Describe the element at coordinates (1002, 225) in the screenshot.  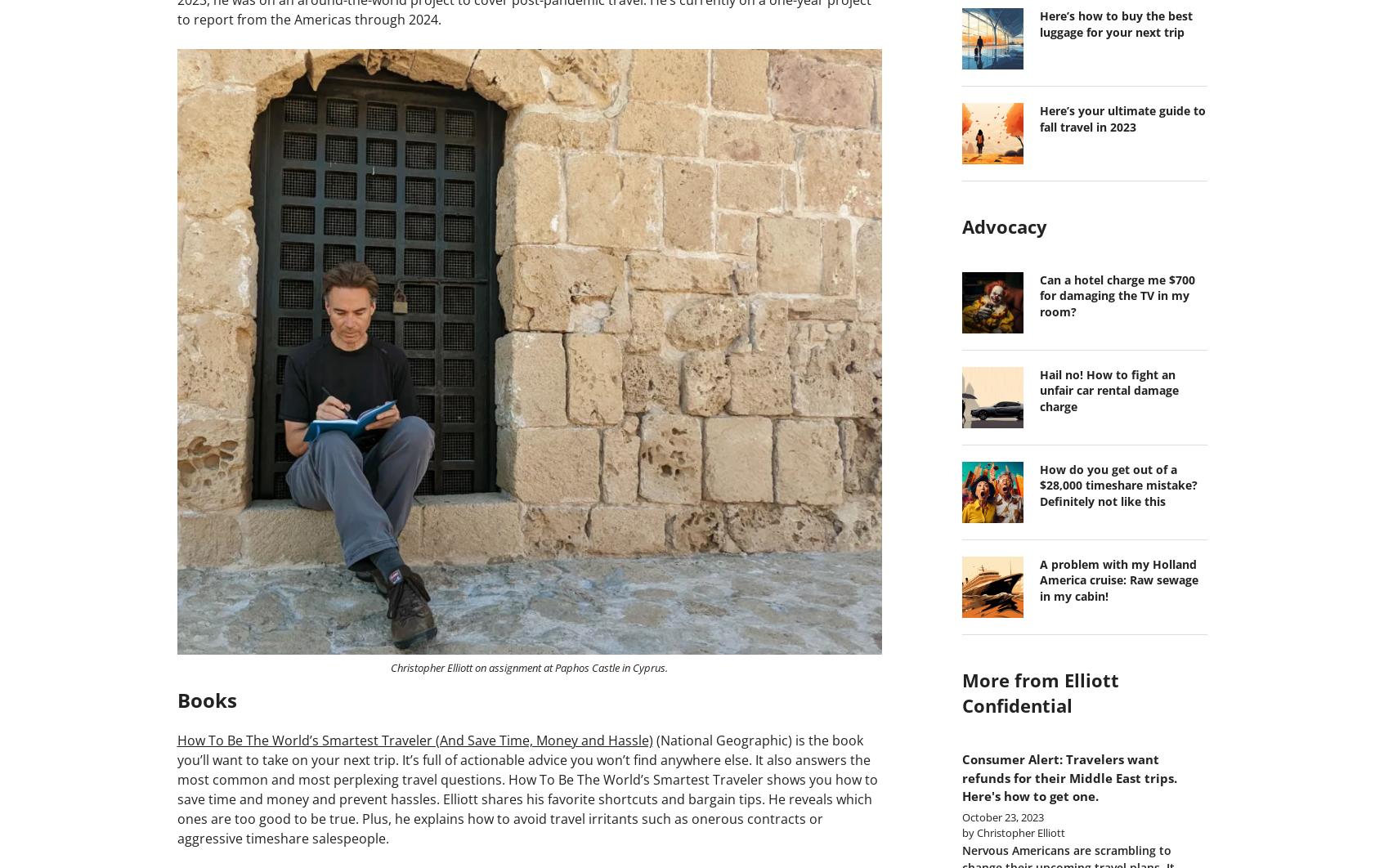
I see `'Advocacy'` at that location.